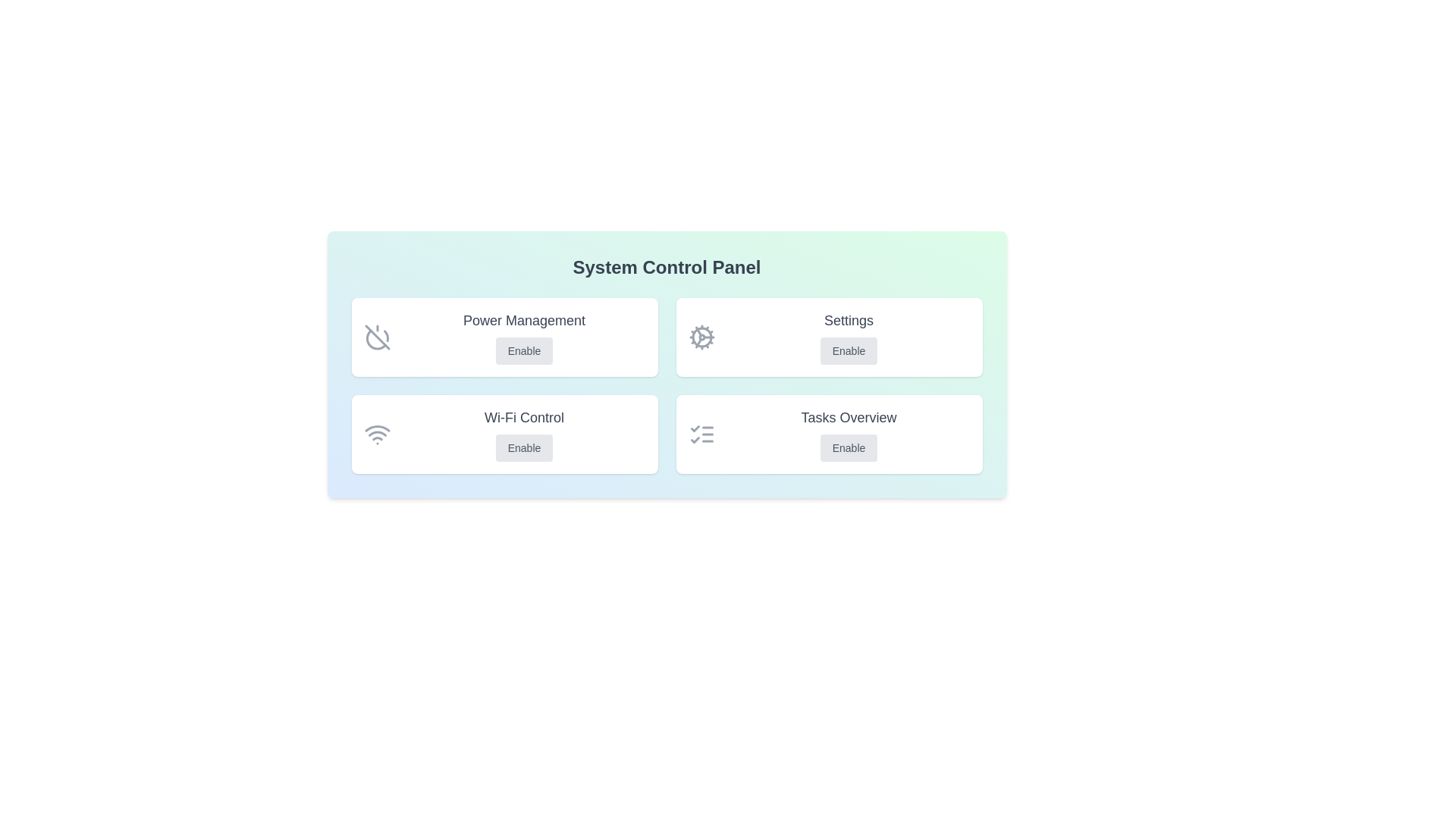 The width and height of the screenshot is (1456, 819). I want to click on the Text label that describes the Wi-Fi Control feature, located in the lower-left segment of the System Control Panel, directly above the Enable button, so click(524, 418).